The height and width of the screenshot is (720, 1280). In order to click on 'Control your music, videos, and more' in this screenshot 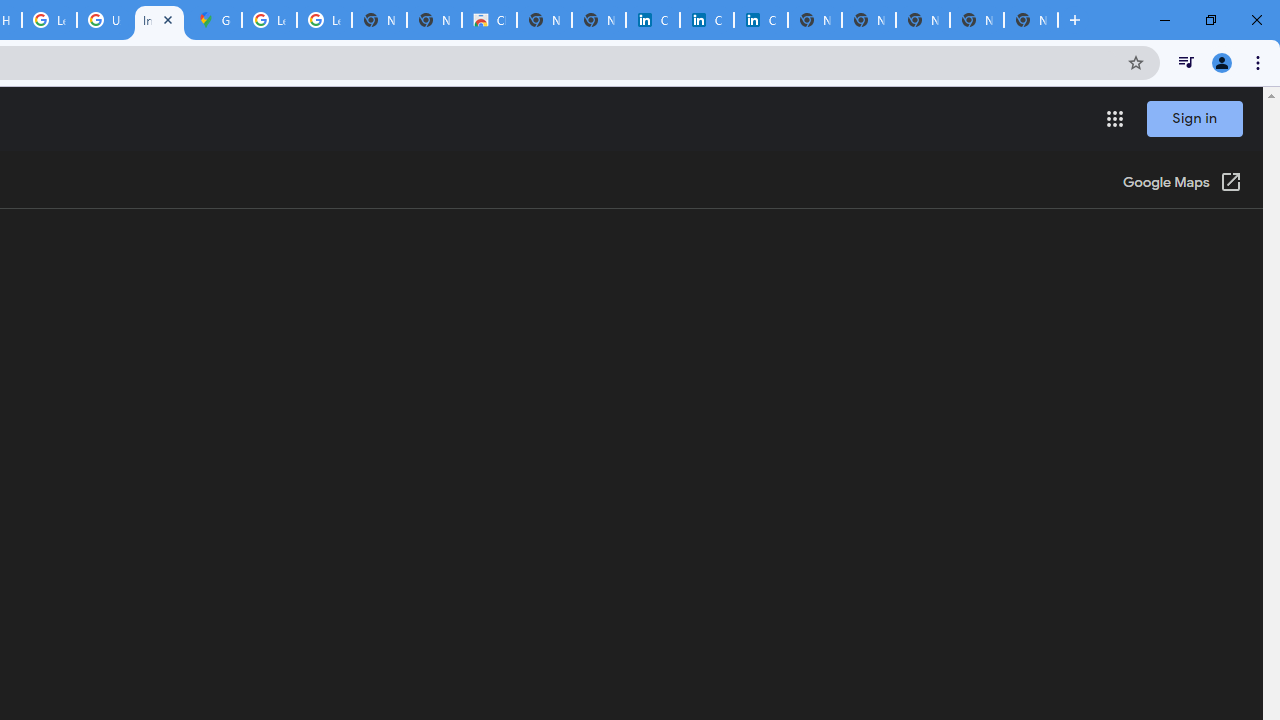, I will do `click(1185, 61)`.